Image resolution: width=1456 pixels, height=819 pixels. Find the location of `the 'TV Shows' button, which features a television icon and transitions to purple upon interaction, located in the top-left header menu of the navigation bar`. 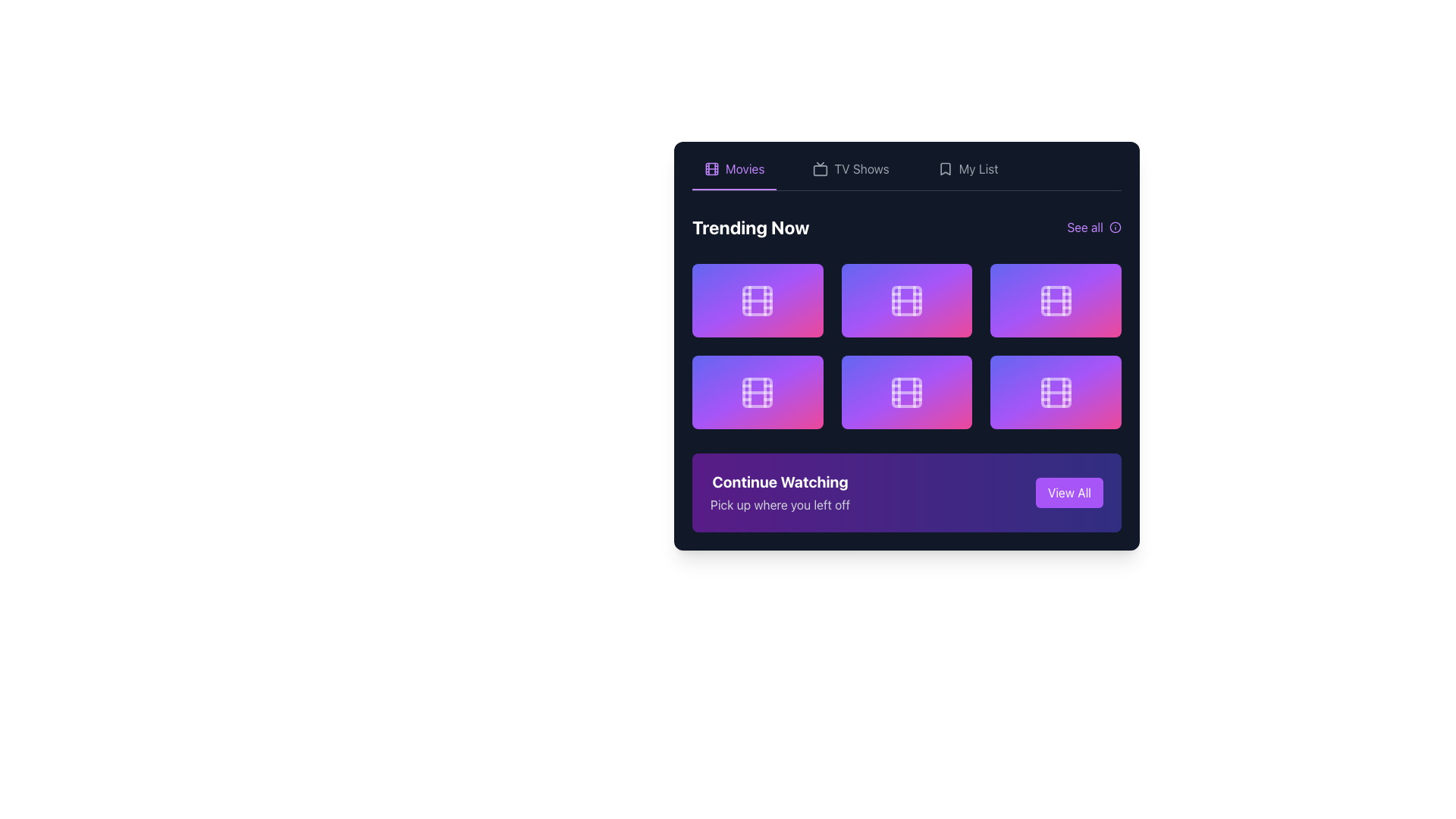

the 'TV Shows' button, which features a television icon and transitions to purple upon interaction, located in the top-left header menu of the navigation bar is located at coordinates (851, 174).